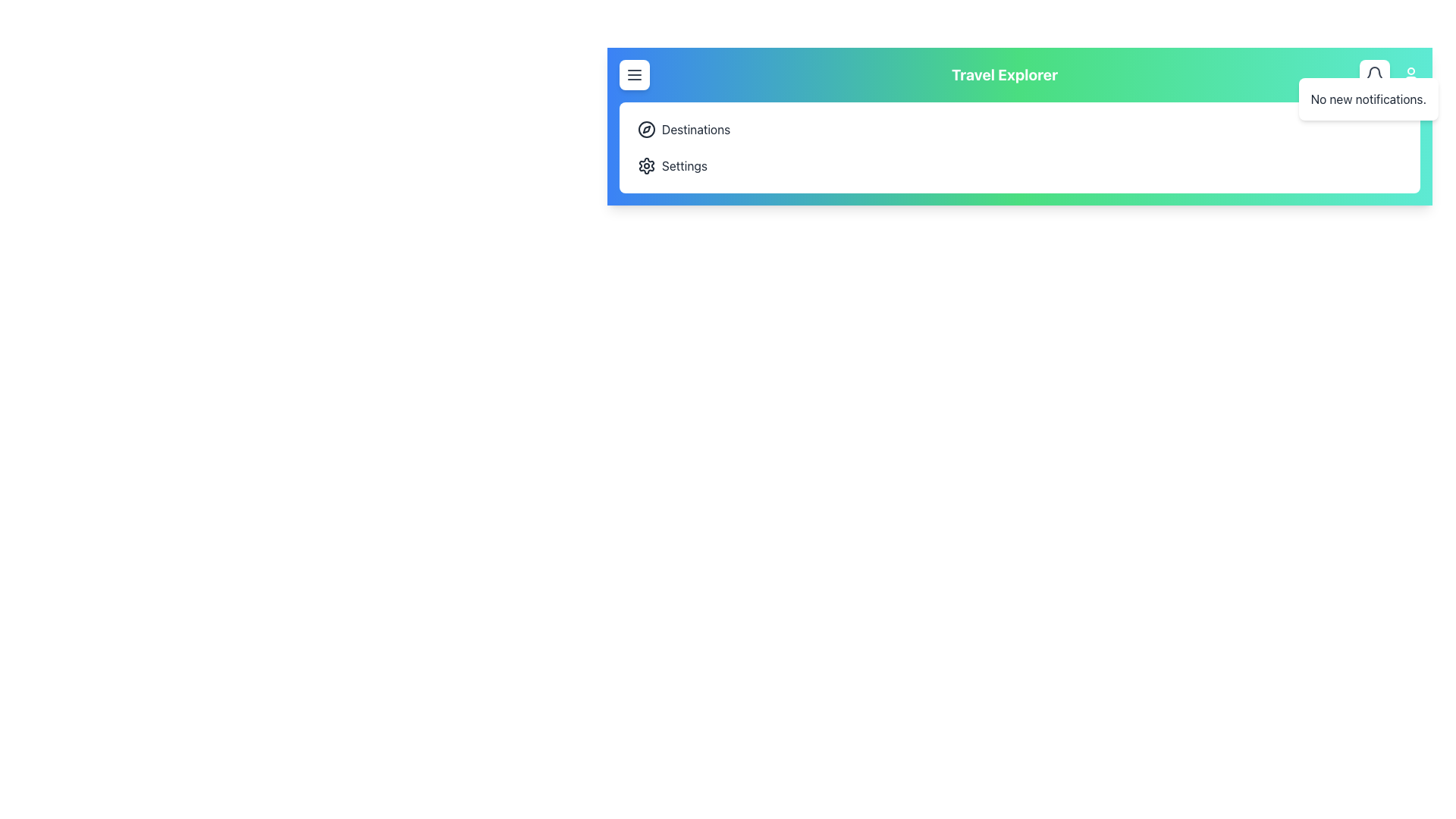  I want to click on the gear icon representing settings, which is the leftmost component of the labeled 'Settings' list item in the vertical menu, so click(647, 166).